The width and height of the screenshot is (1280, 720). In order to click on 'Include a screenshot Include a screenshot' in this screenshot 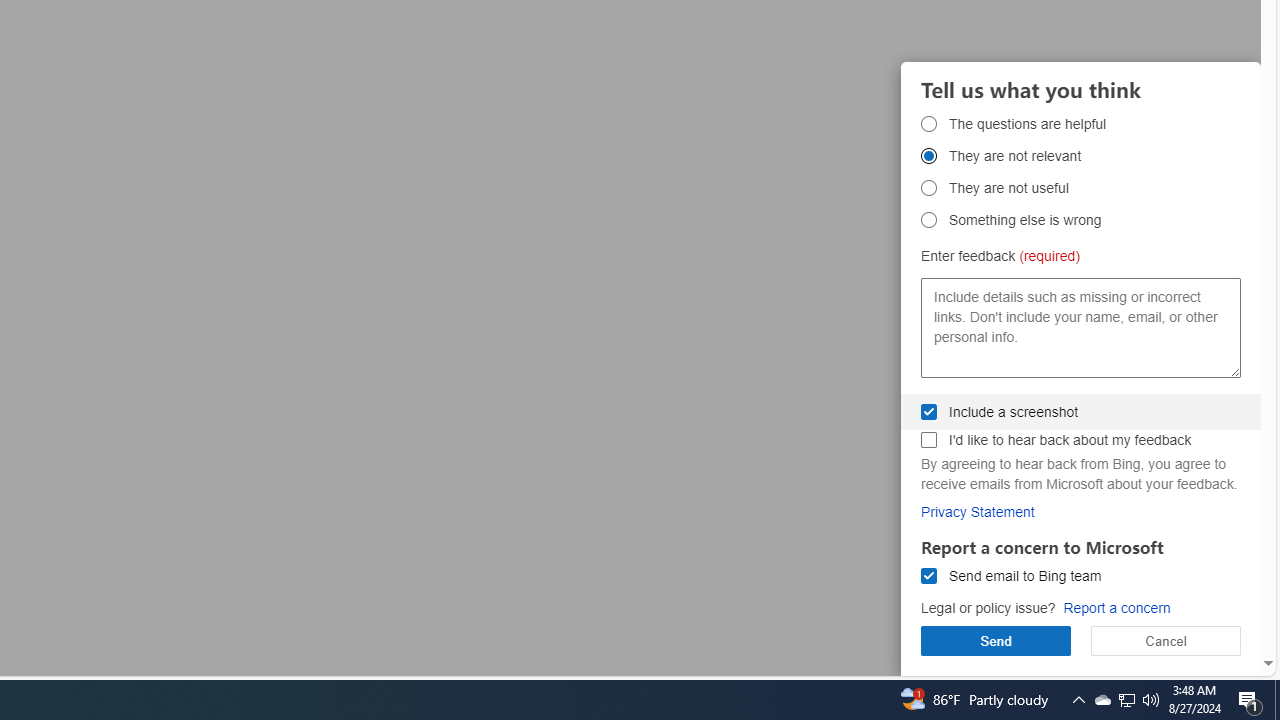, I will do `click(928, 410)`.